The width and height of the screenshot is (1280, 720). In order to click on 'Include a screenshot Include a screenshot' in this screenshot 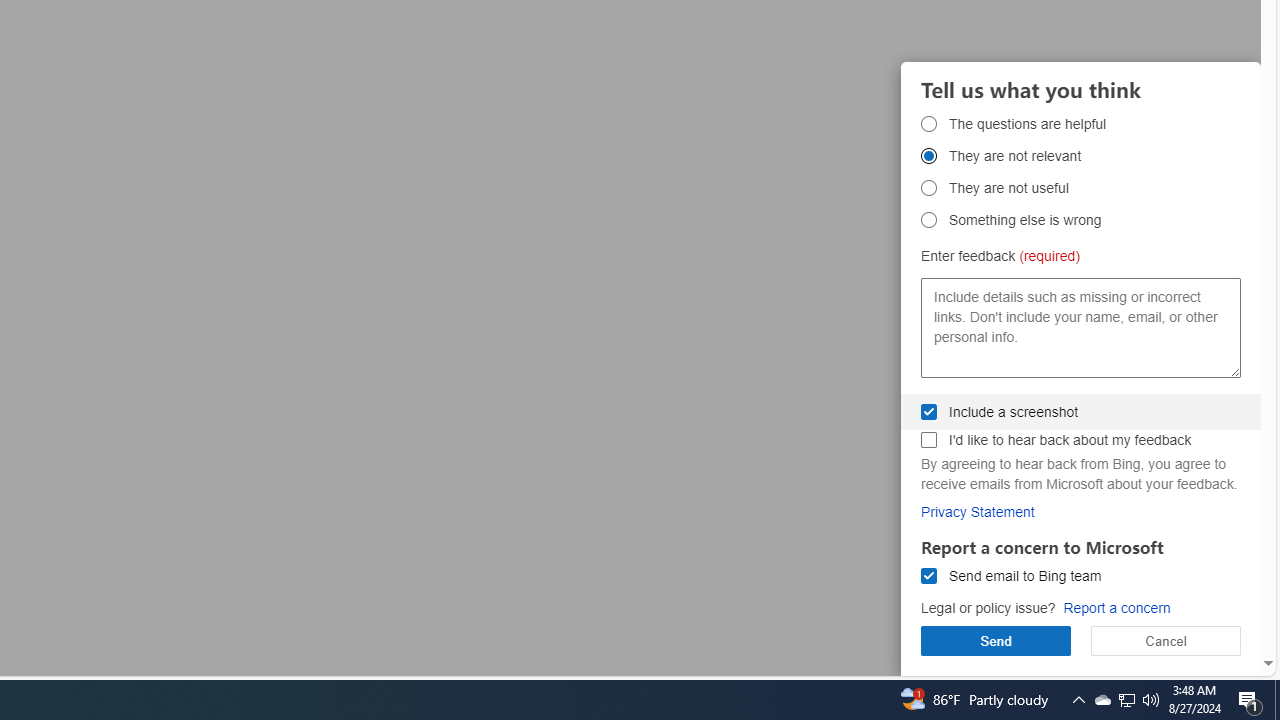, I will do `click(928, 410)`.